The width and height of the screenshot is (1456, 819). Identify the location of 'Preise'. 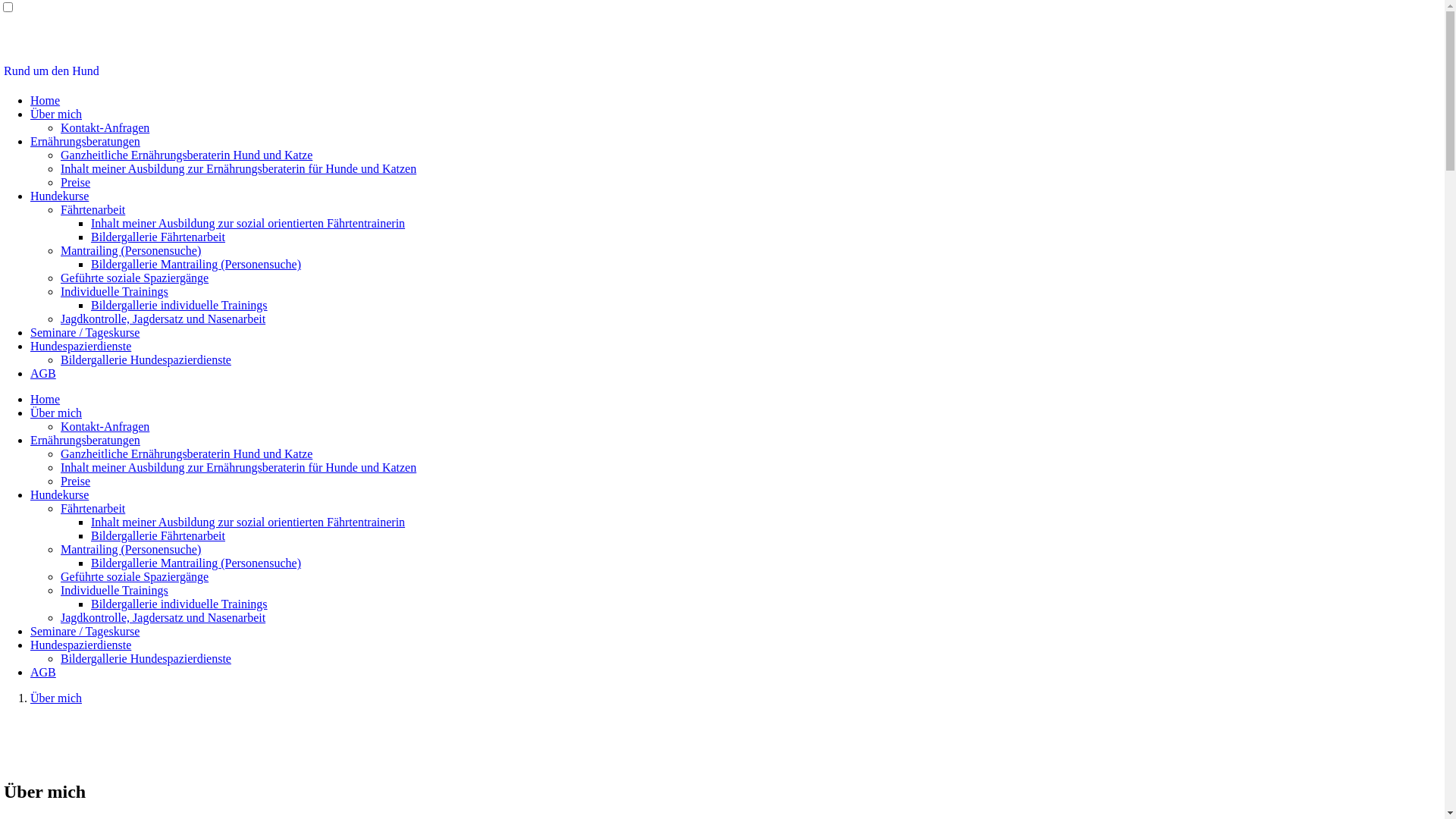
(61, 481).